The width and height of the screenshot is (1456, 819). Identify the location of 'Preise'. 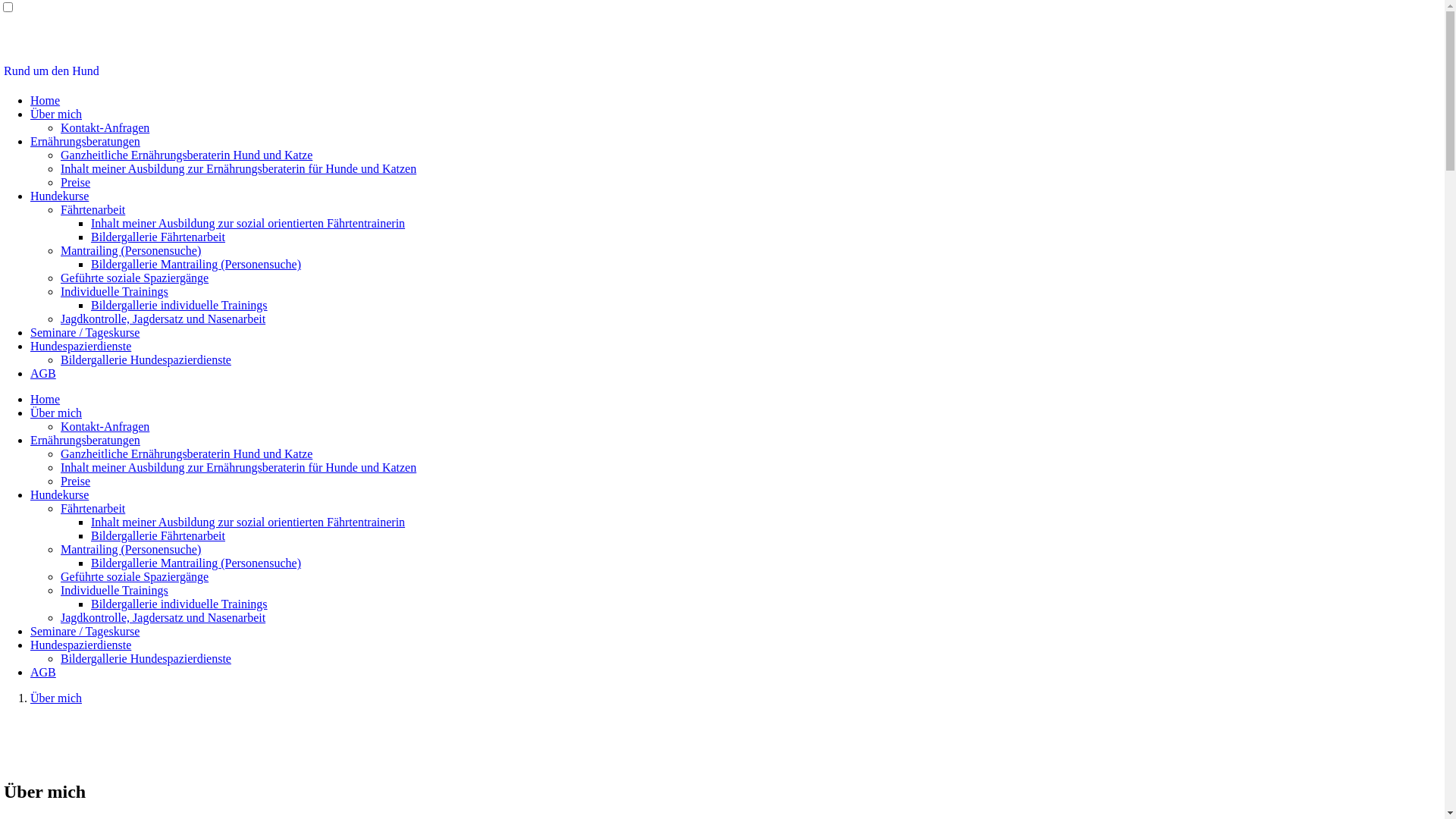
(61, 481).